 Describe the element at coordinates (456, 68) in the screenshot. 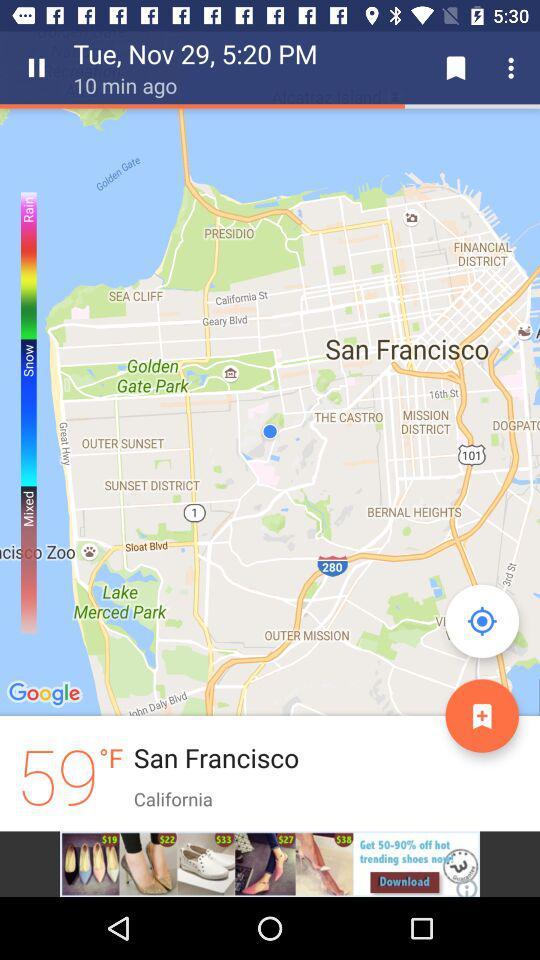

I see `the save icon` at that location.